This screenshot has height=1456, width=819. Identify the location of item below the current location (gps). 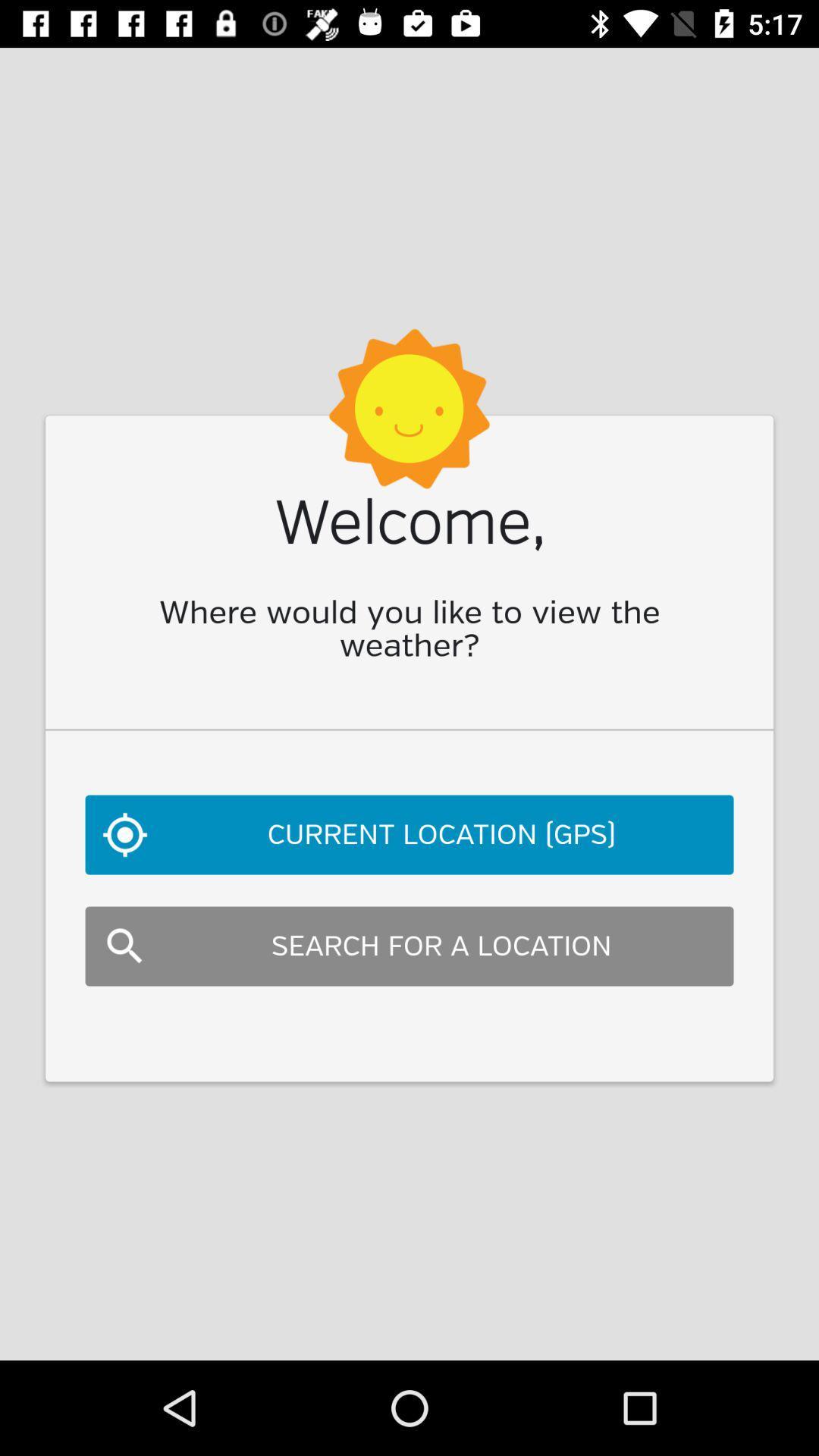
(409, 946).